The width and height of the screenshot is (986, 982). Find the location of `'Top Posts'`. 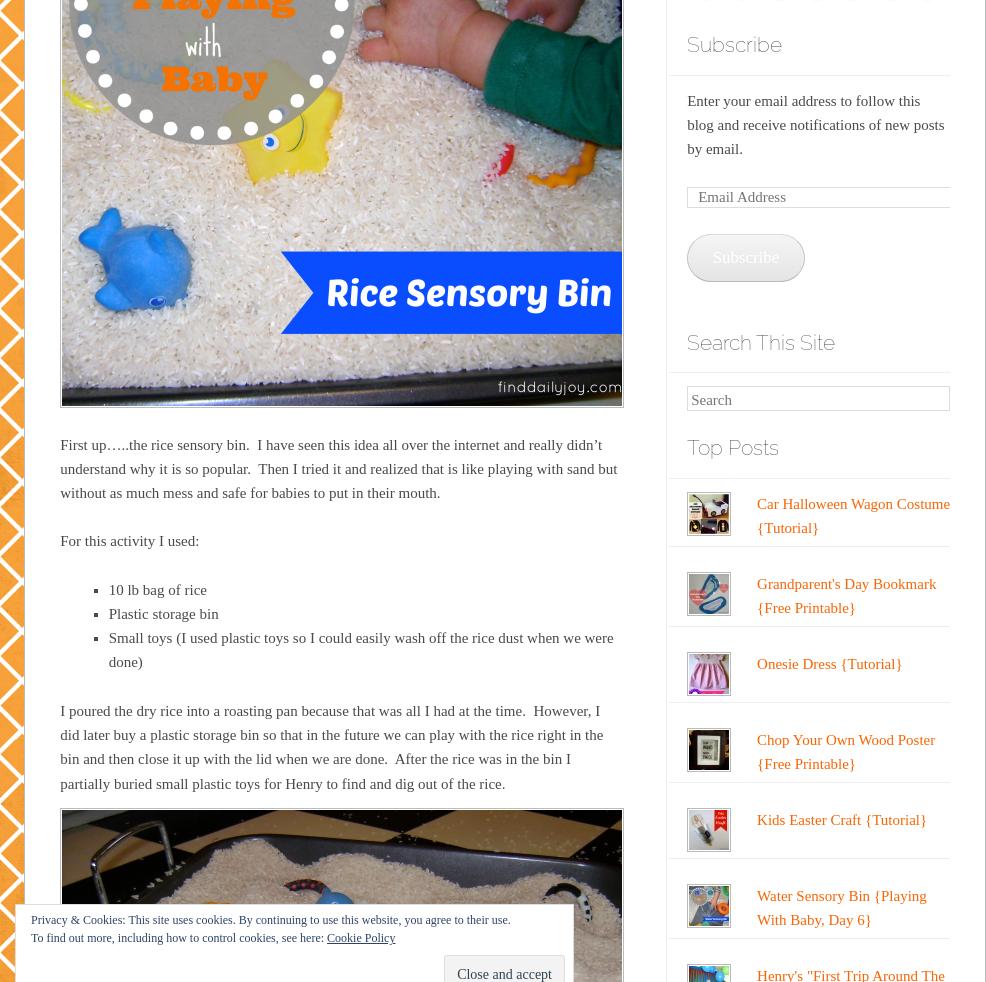

'Top Posts' is located at coordinates (731, 447).